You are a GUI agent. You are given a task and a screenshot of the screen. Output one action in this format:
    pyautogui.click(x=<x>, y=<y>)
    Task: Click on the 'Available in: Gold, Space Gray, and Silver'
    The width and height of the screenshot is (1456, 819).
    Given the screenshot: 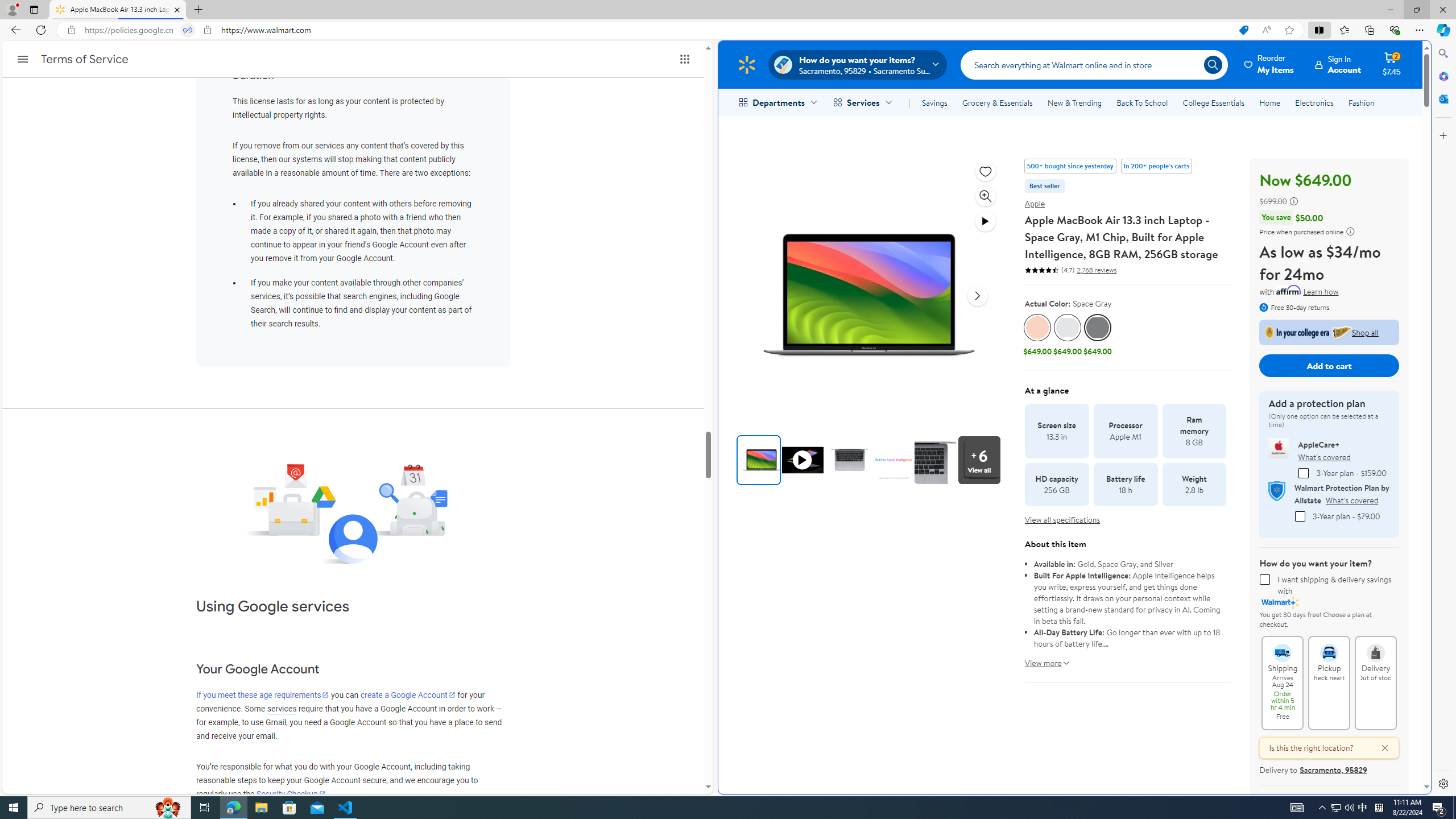 What is the action you would take?
    pyautogui.click(x=1127, y=564)
    